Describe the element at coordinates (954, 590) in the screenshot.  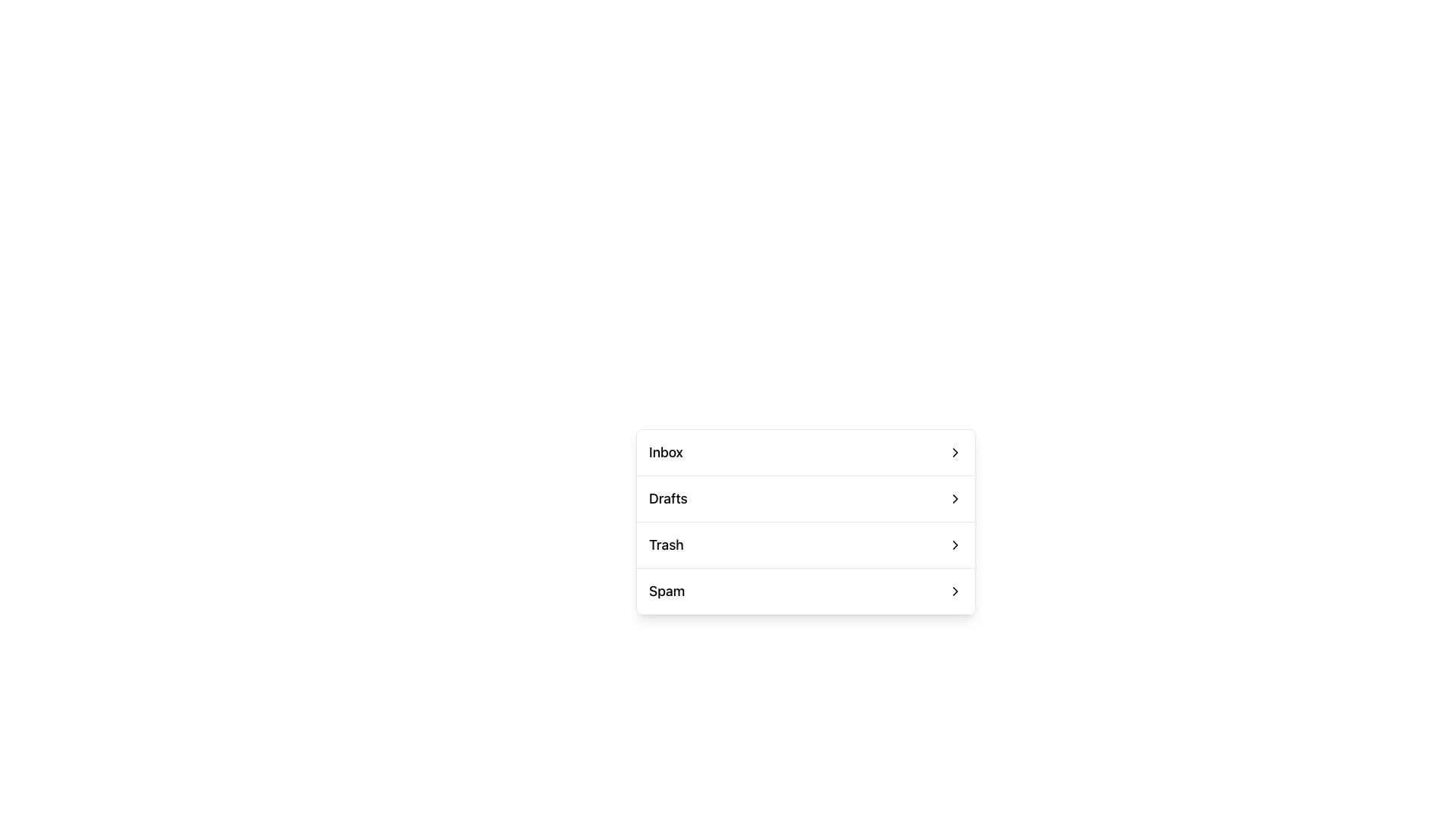
I see `the arrow icon indicating additional options for the 'Spam' menu item` at that location.